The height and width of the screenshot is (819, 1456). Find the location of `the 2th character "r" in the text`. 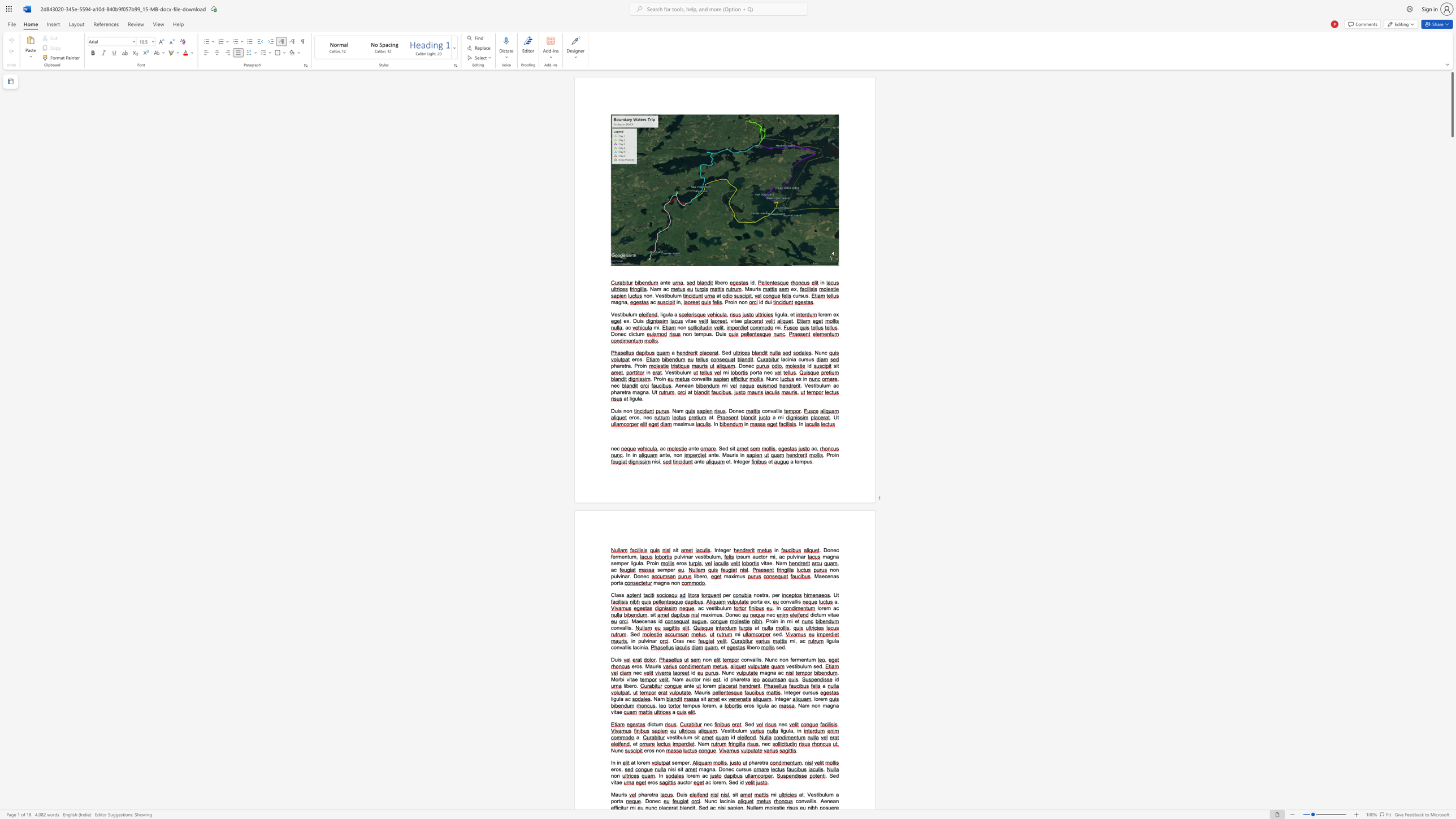

the 2th character "r" in the text is located at coordinates (656, 666).